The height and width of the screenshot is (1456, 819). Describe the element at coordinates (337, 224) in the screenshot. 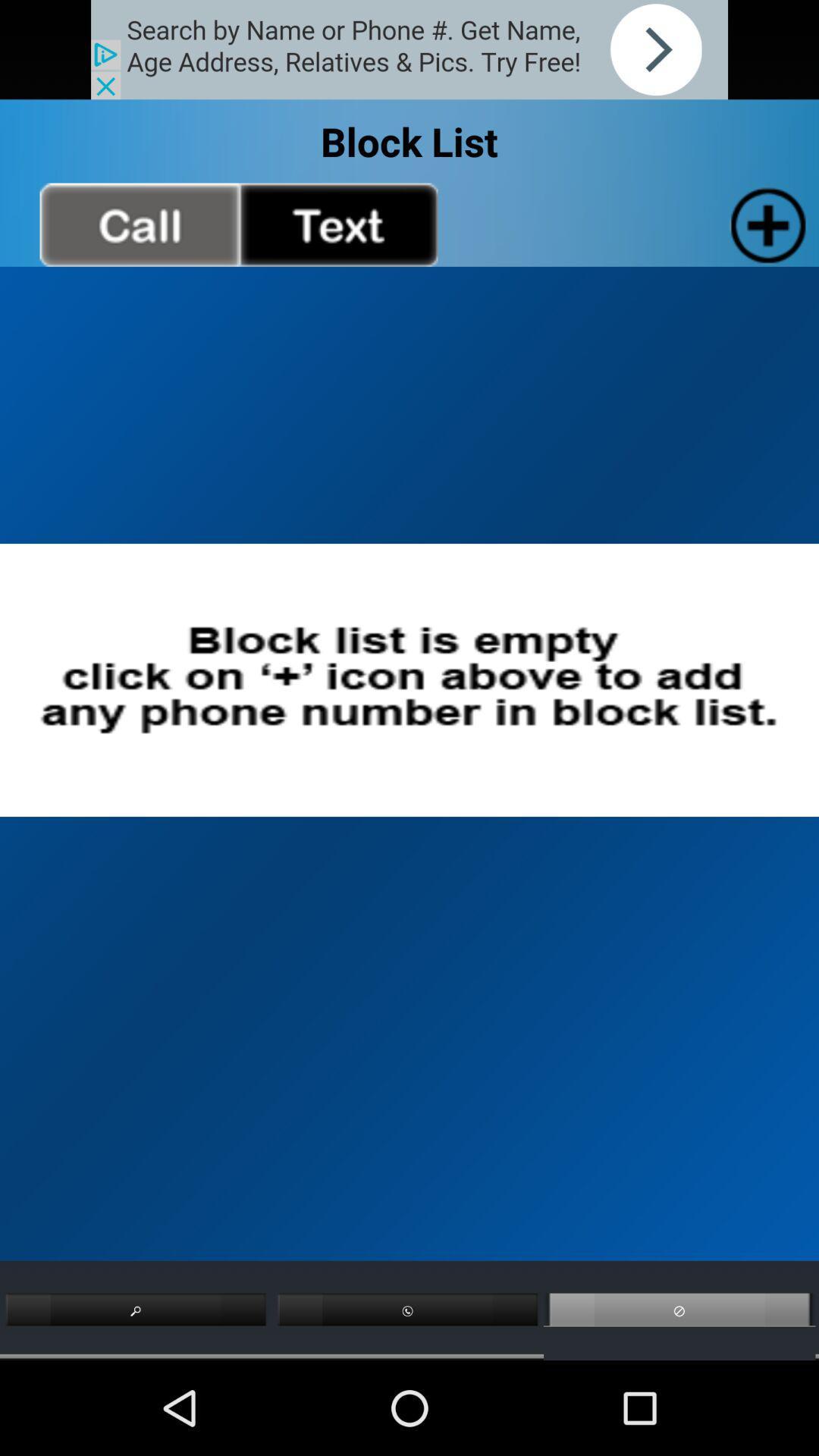

I see `text` at that location.